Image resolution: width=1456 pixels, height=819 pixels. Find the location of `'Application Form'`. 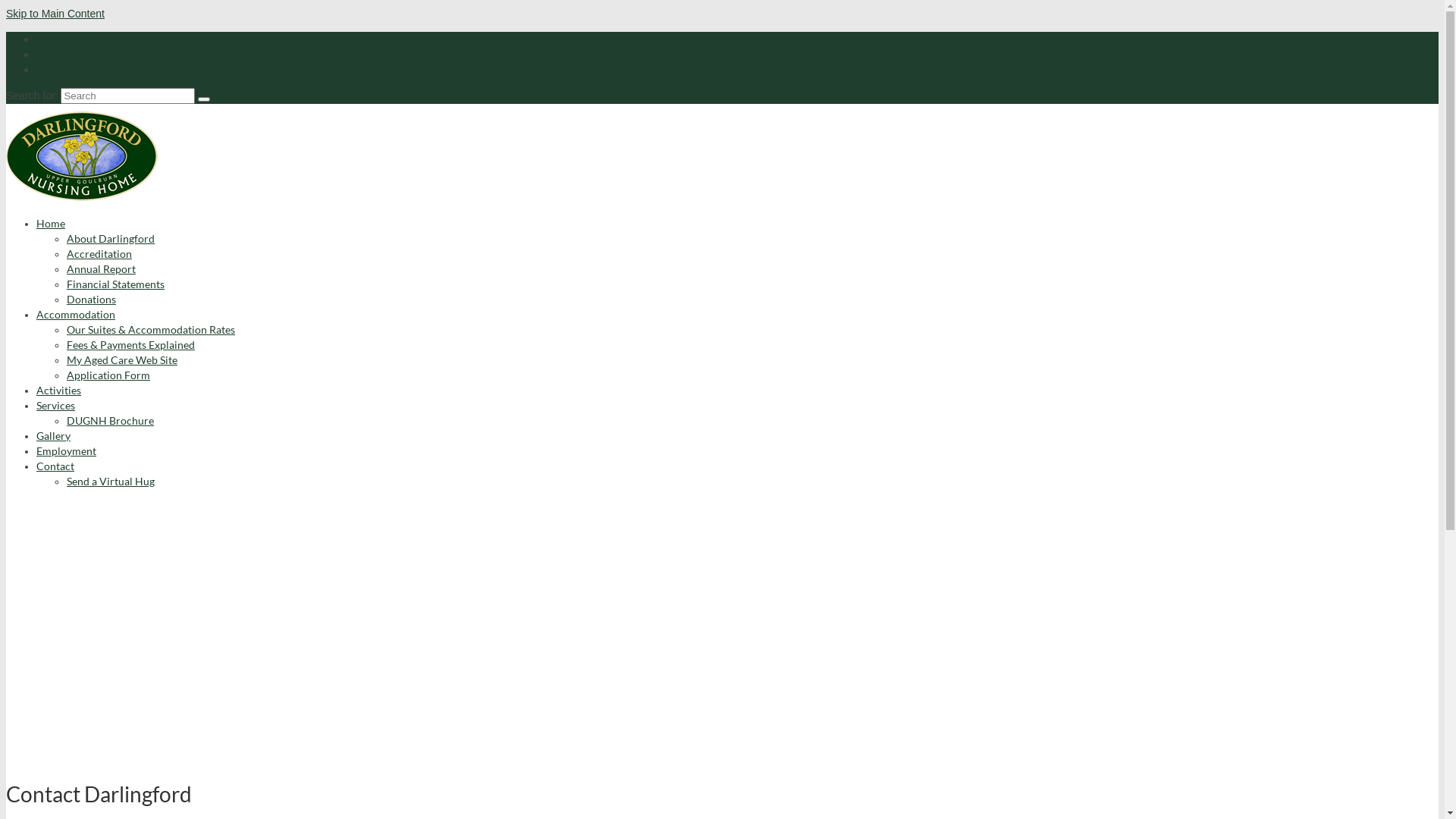

'Application Form' is located at coordinates (108, 375).